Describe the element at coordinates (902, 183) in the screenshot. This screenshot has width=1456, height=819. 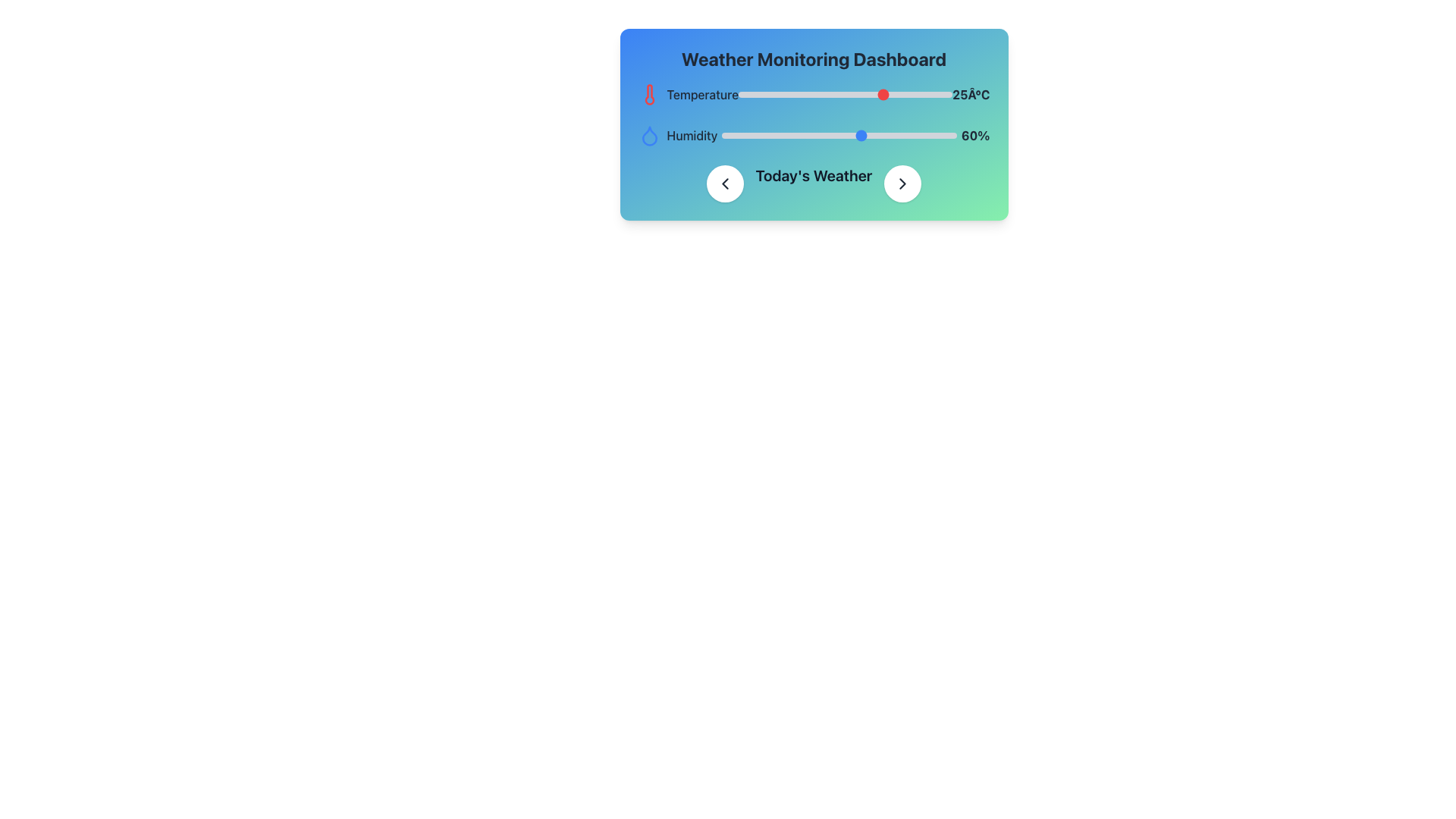
I see `the right chevron icon located centrally within the circular button at the bottom-right part of the dashboard card` at that location.